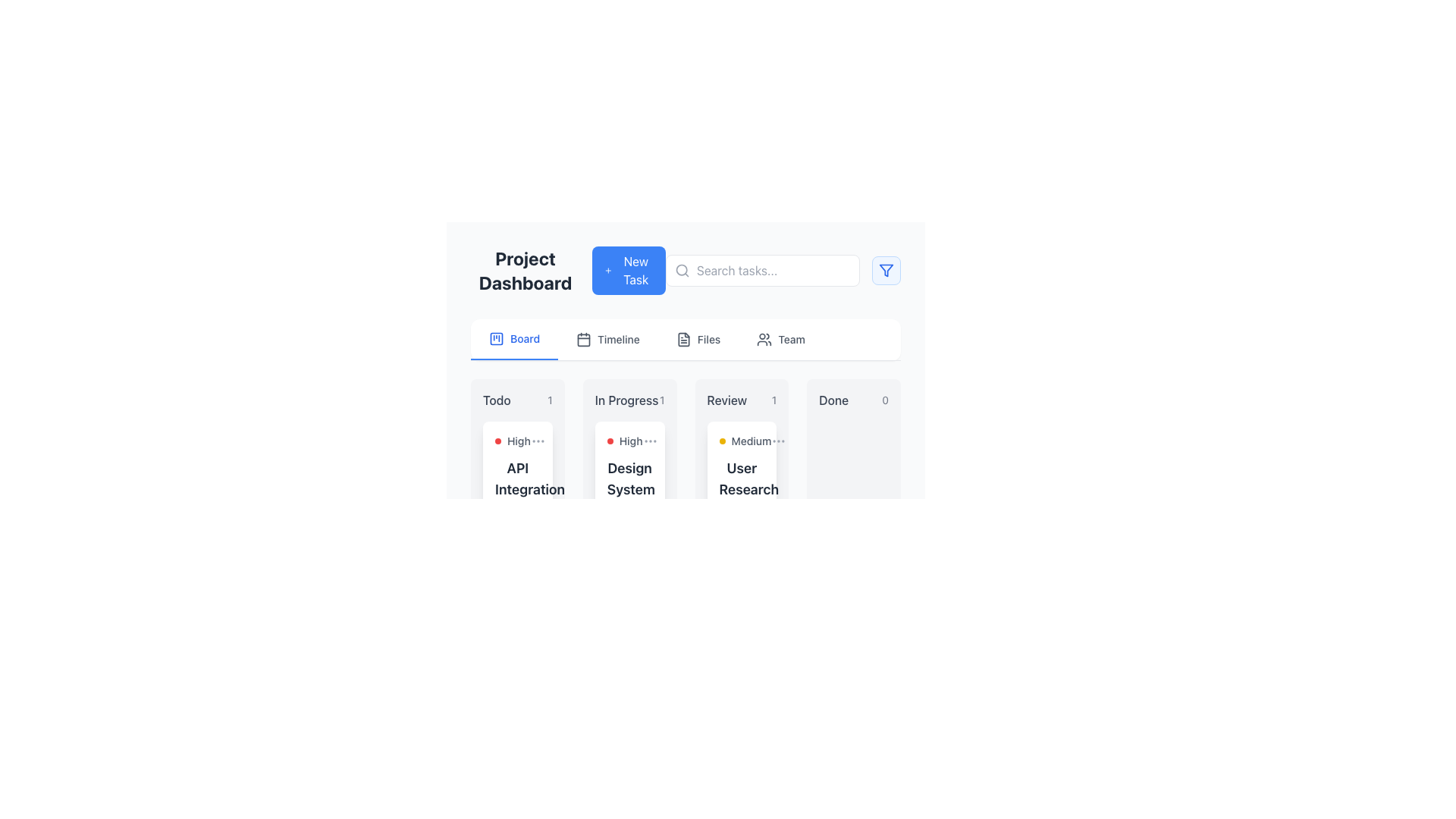  I want to click on the 'In Progress' category indicator in the project dashboard, so click(629, 400).